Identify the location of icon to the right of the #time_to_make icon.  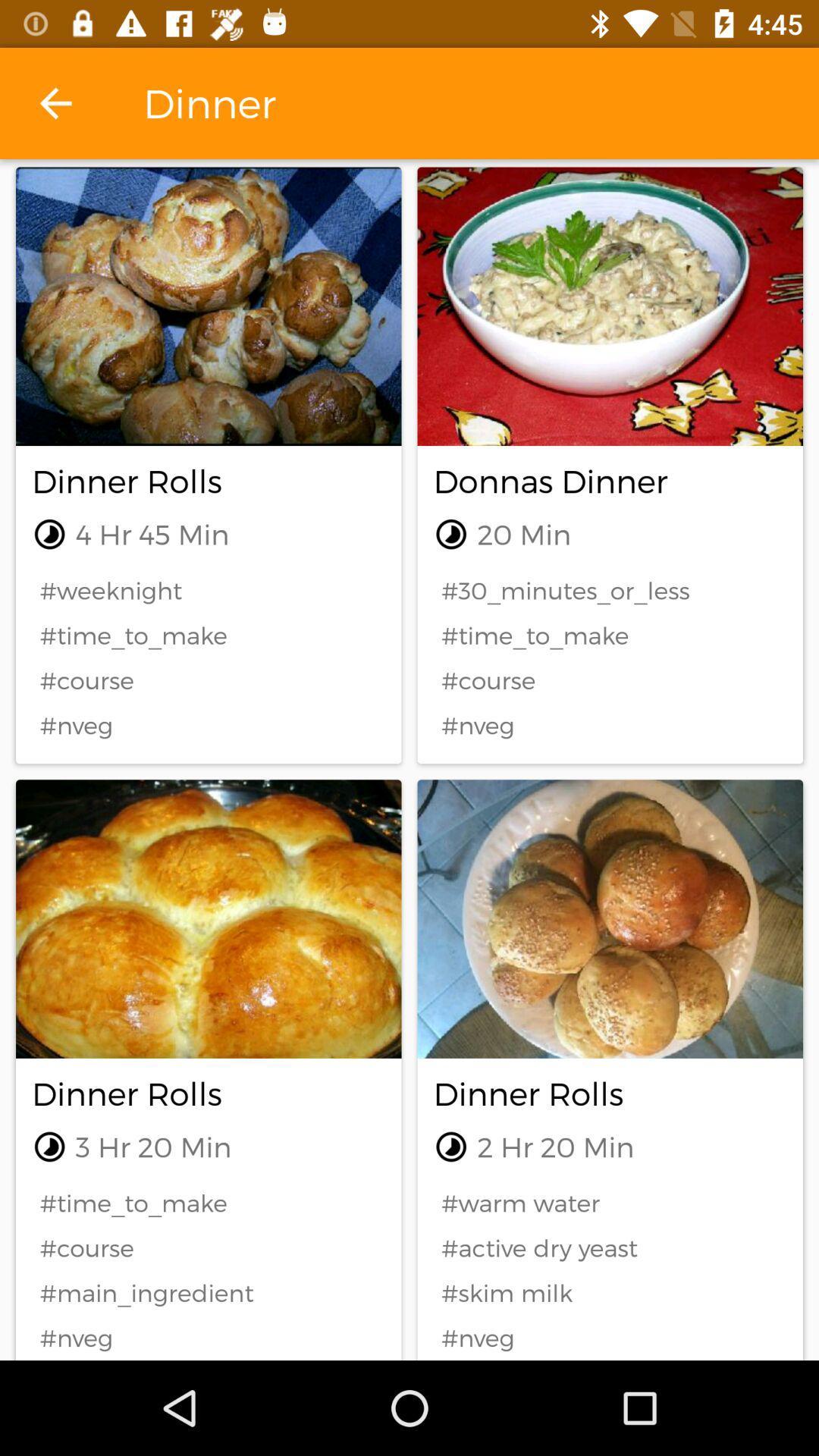
(609, 1202).